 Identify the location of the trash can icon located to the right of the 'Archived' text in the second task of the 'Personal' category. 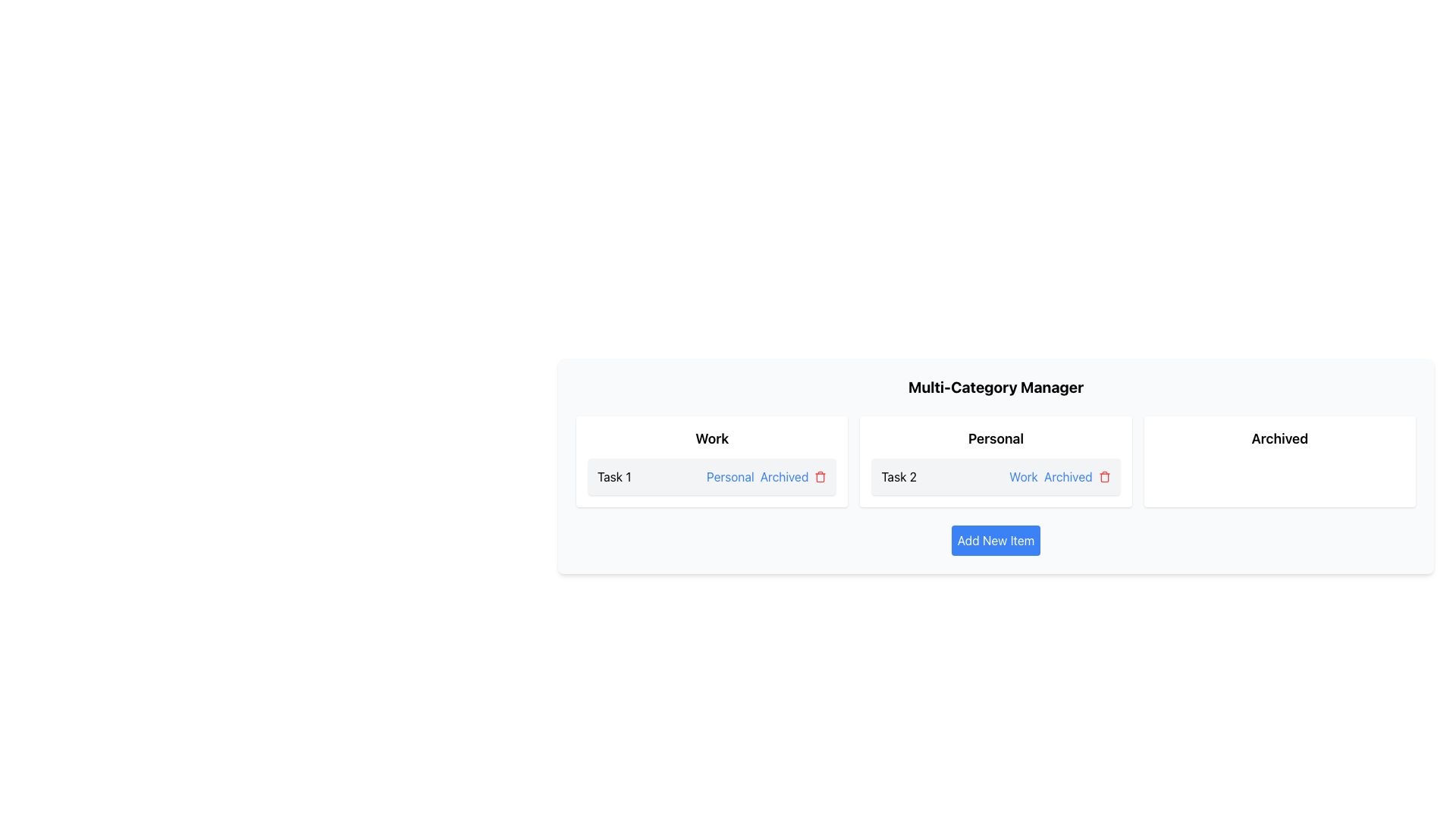
(820, 478).